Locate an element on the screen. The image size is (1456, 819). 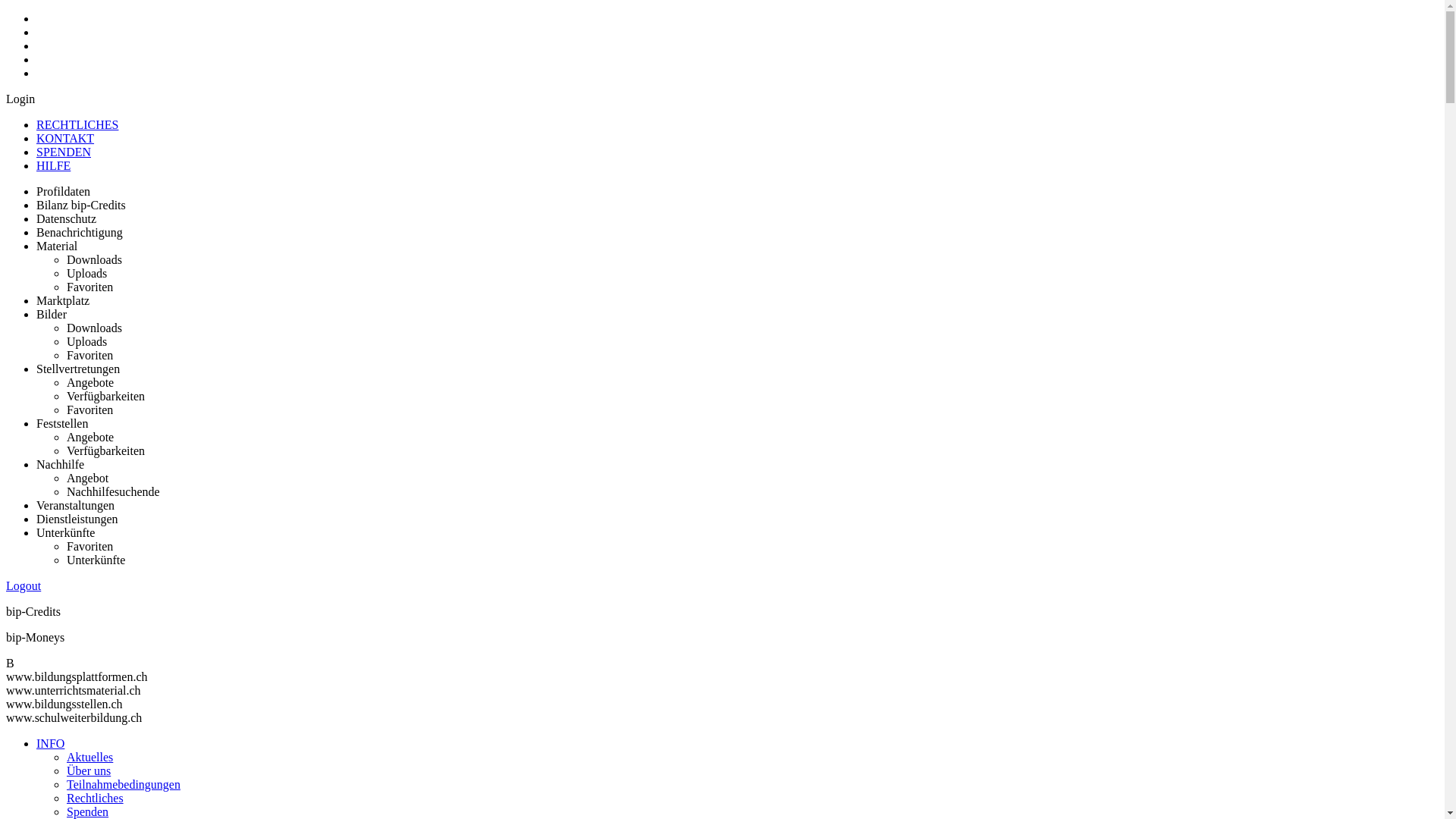
'HILFE' is located at coordinates (53, 165).